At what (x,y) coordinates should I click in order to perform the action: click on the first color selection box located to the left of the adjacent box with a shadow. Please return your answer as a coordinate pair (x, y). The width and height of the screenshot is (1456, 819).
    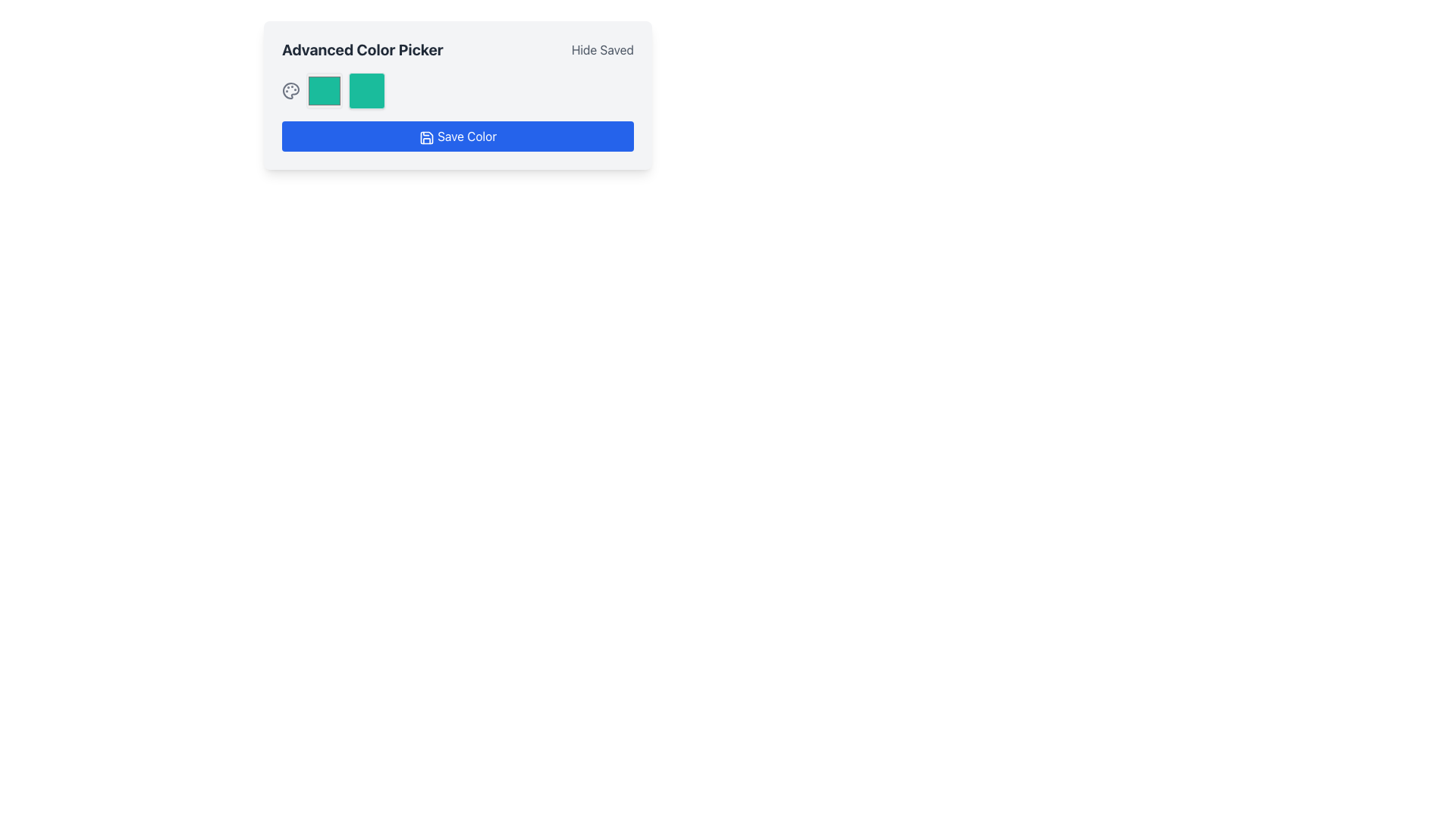
    Looking at the image, I should click on (323, 90).